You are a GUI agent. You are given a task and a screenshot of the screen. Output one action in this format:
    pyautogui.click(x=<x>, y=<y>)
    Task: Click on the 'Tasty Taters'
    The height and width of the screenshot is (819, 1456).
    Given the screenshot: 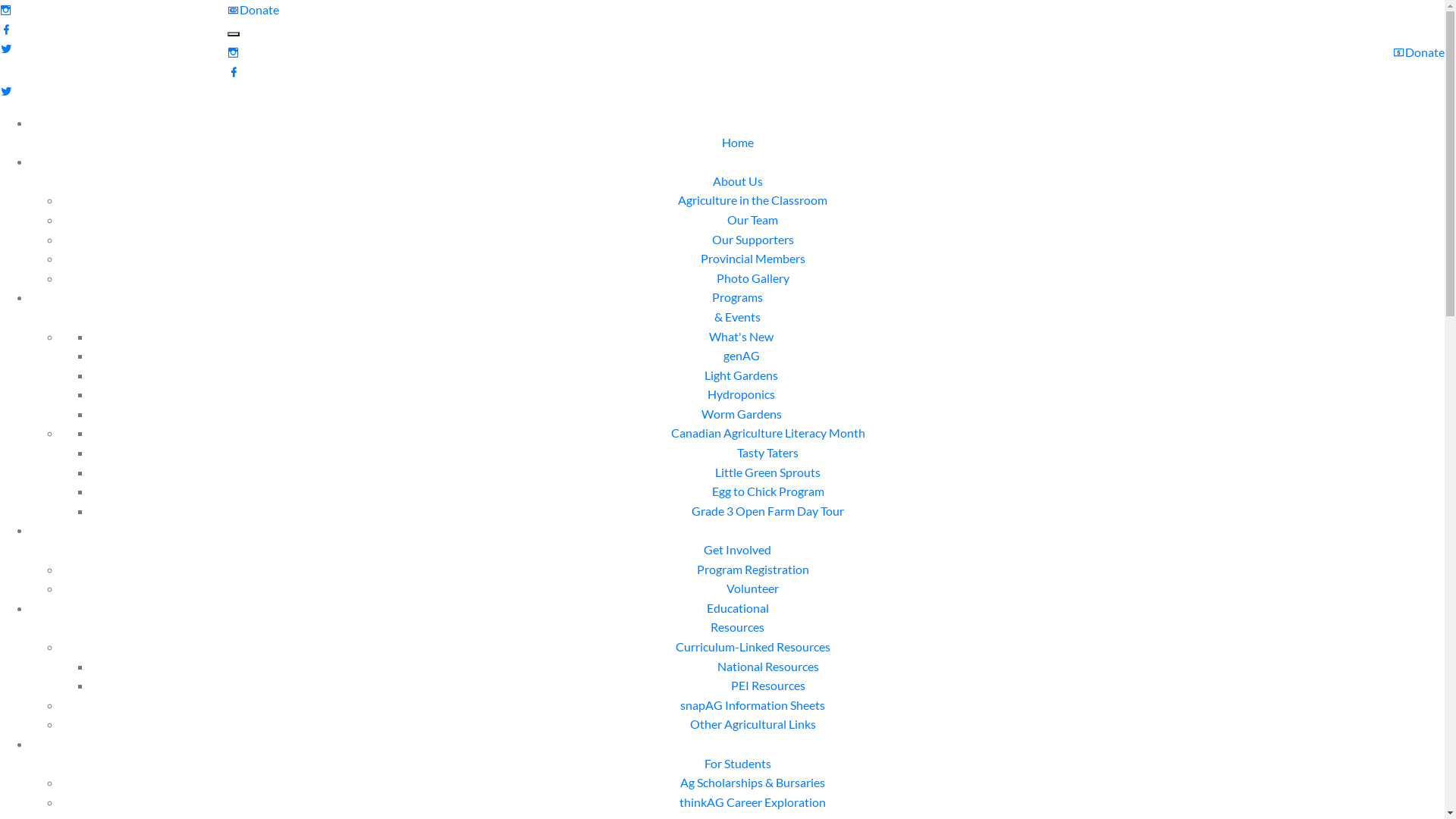 What is the action you would take?
    pyautogui.click(x=767, y=451)
    